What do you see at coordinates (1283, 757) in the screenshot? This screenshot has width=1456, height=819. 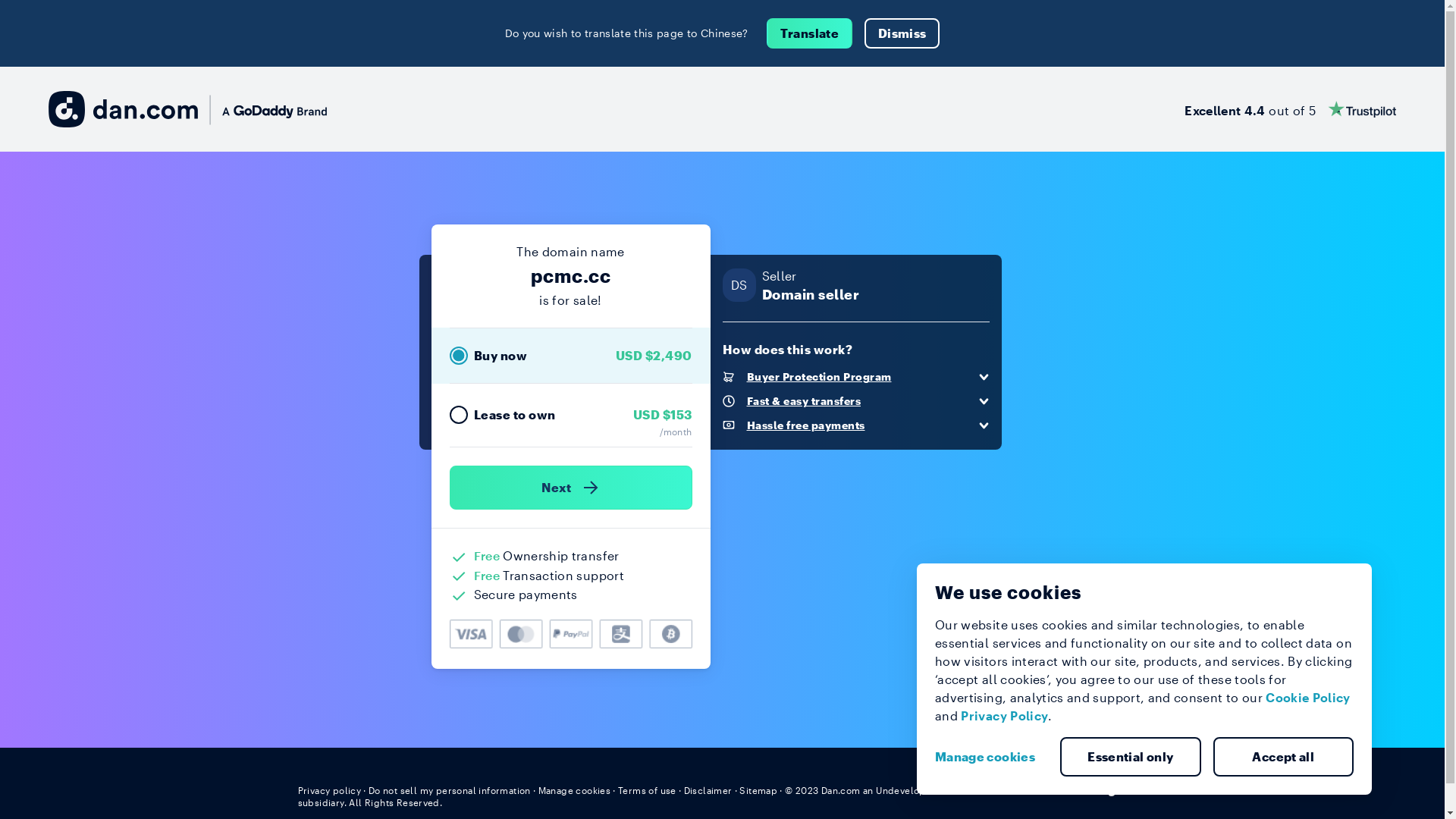 I see `'Accept all'` at bounding box center [1283, 757].